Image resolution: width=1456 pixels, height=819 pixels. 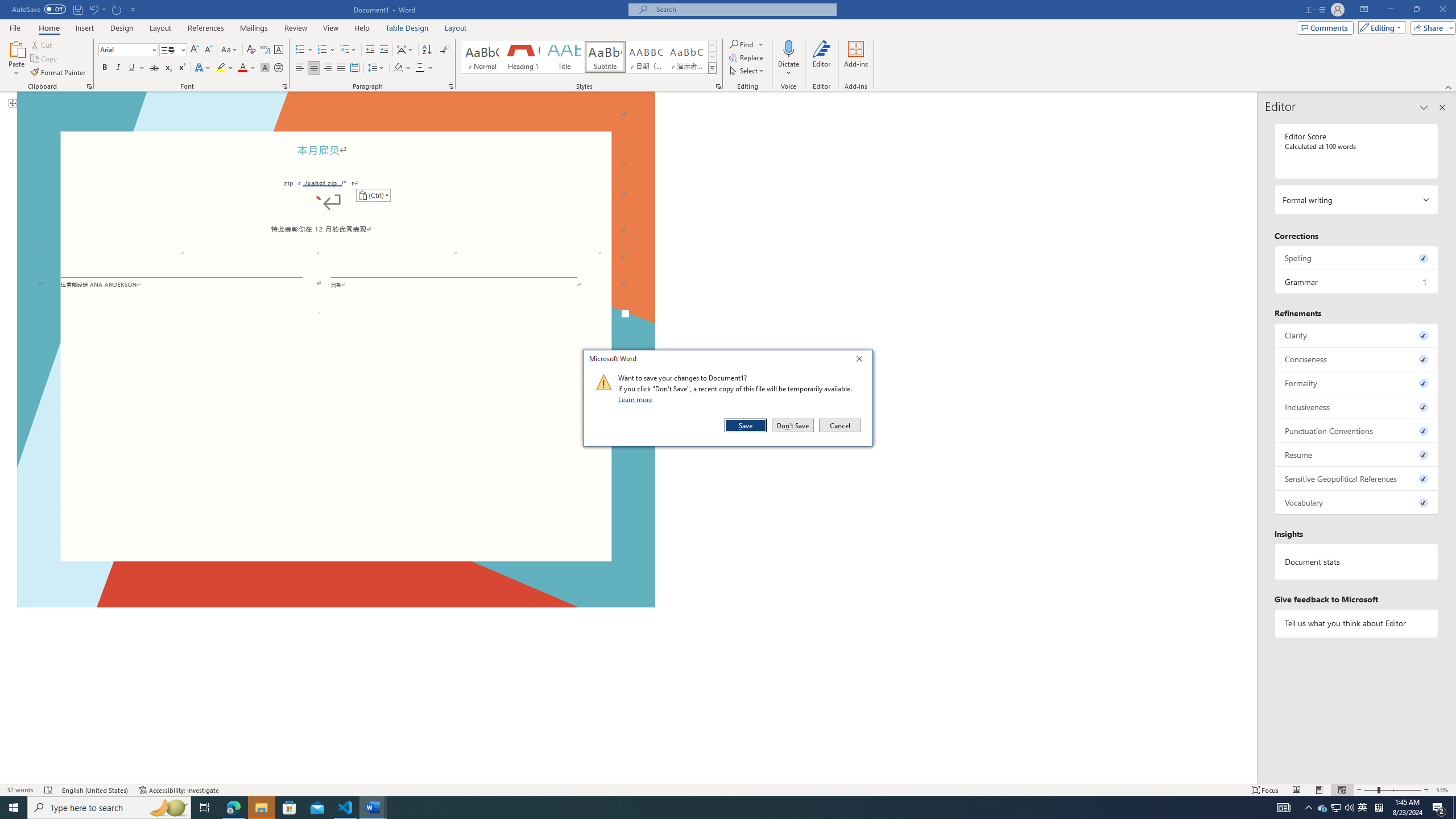 What do you see at coordinates (1336, 806) in the screenshot?
I see `'User Promoted Notification Area'` at bounding box center [1336, 806].